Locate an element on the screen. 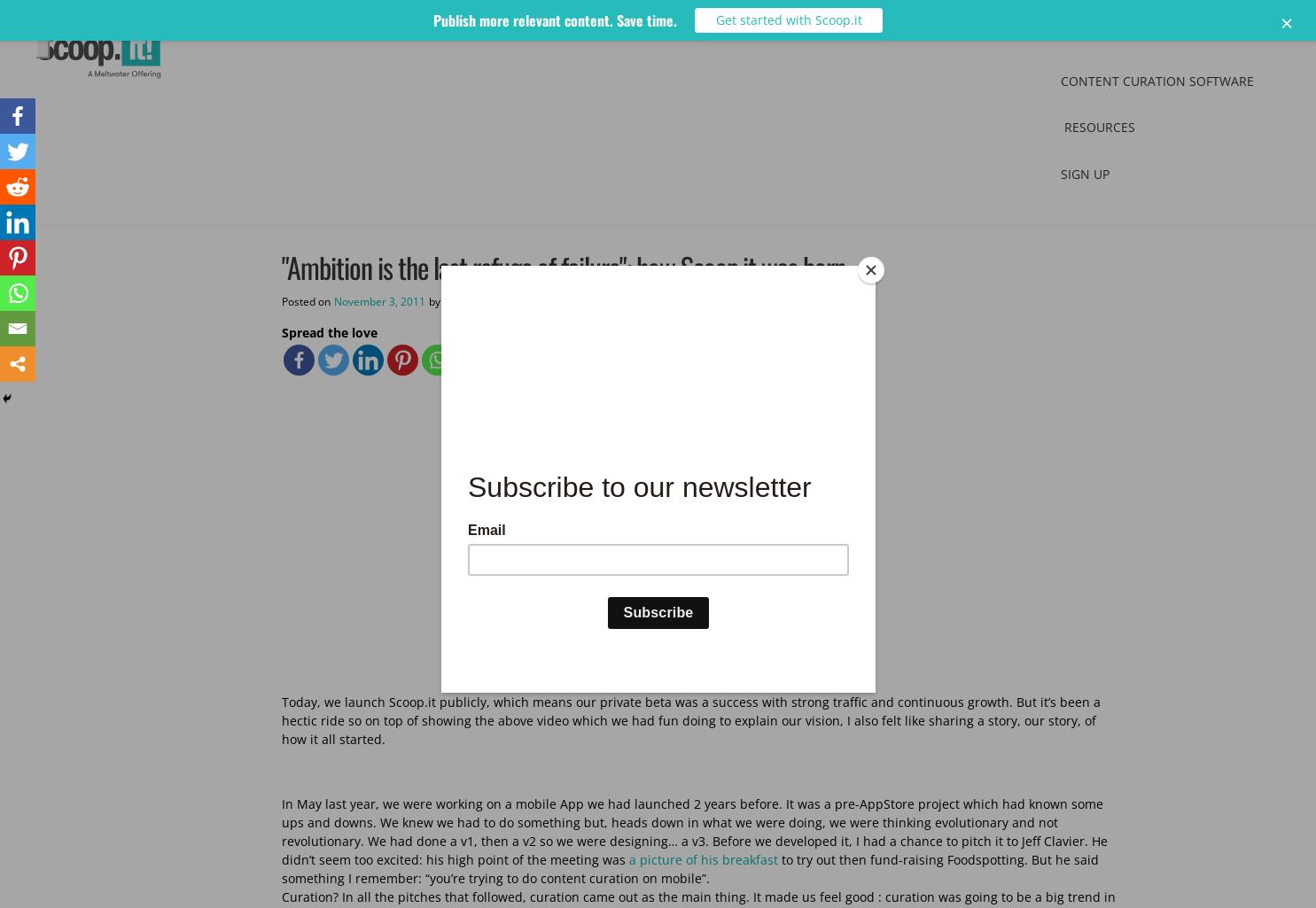 The width and height of the screenshot is (1316, 908). 'Content Curation Software' is located at coordinates (1157, 80).